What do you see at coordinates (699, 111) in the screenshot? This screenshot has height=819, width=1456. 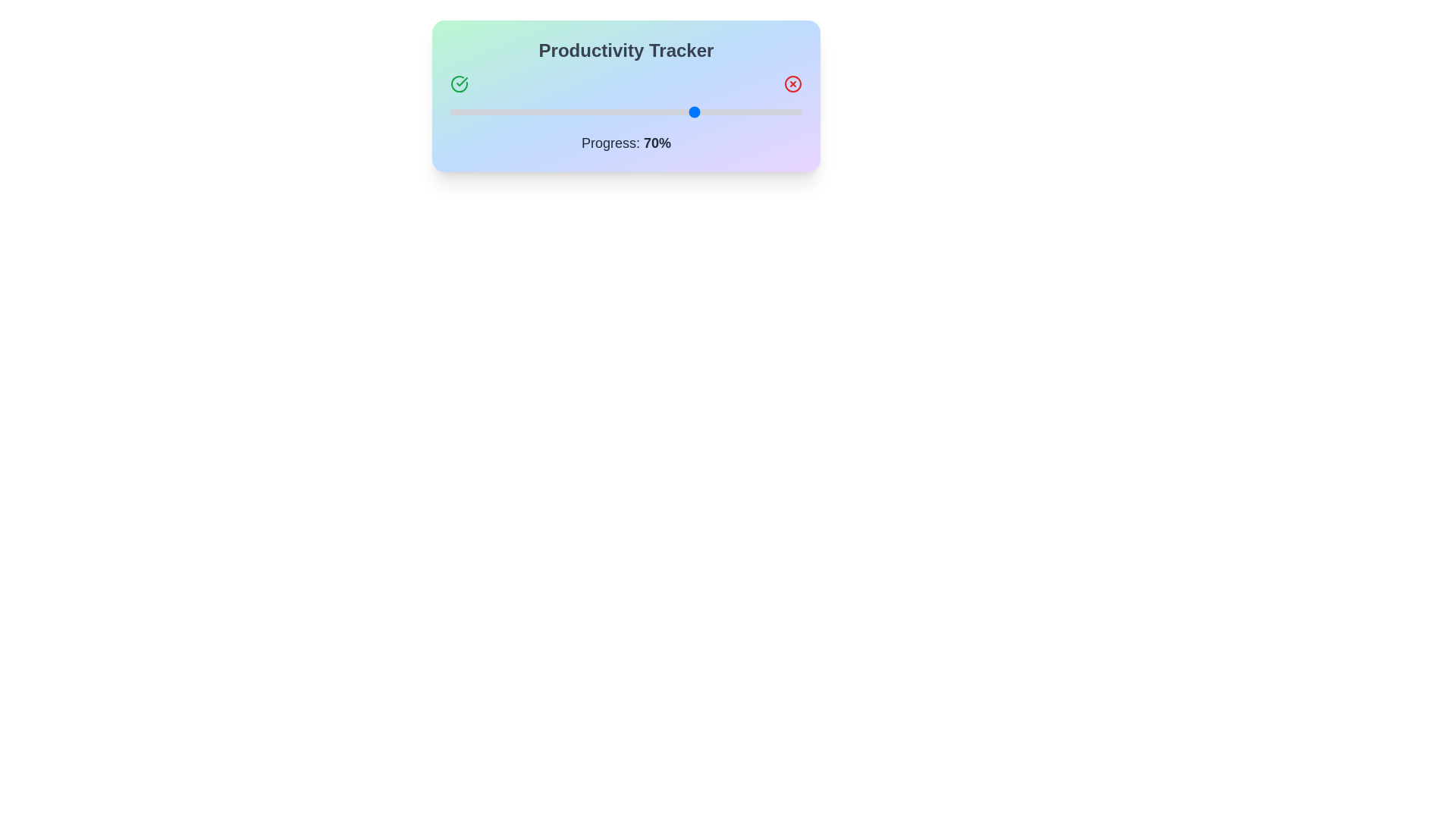 I see `the progress value` at bounding box center [699, 111].